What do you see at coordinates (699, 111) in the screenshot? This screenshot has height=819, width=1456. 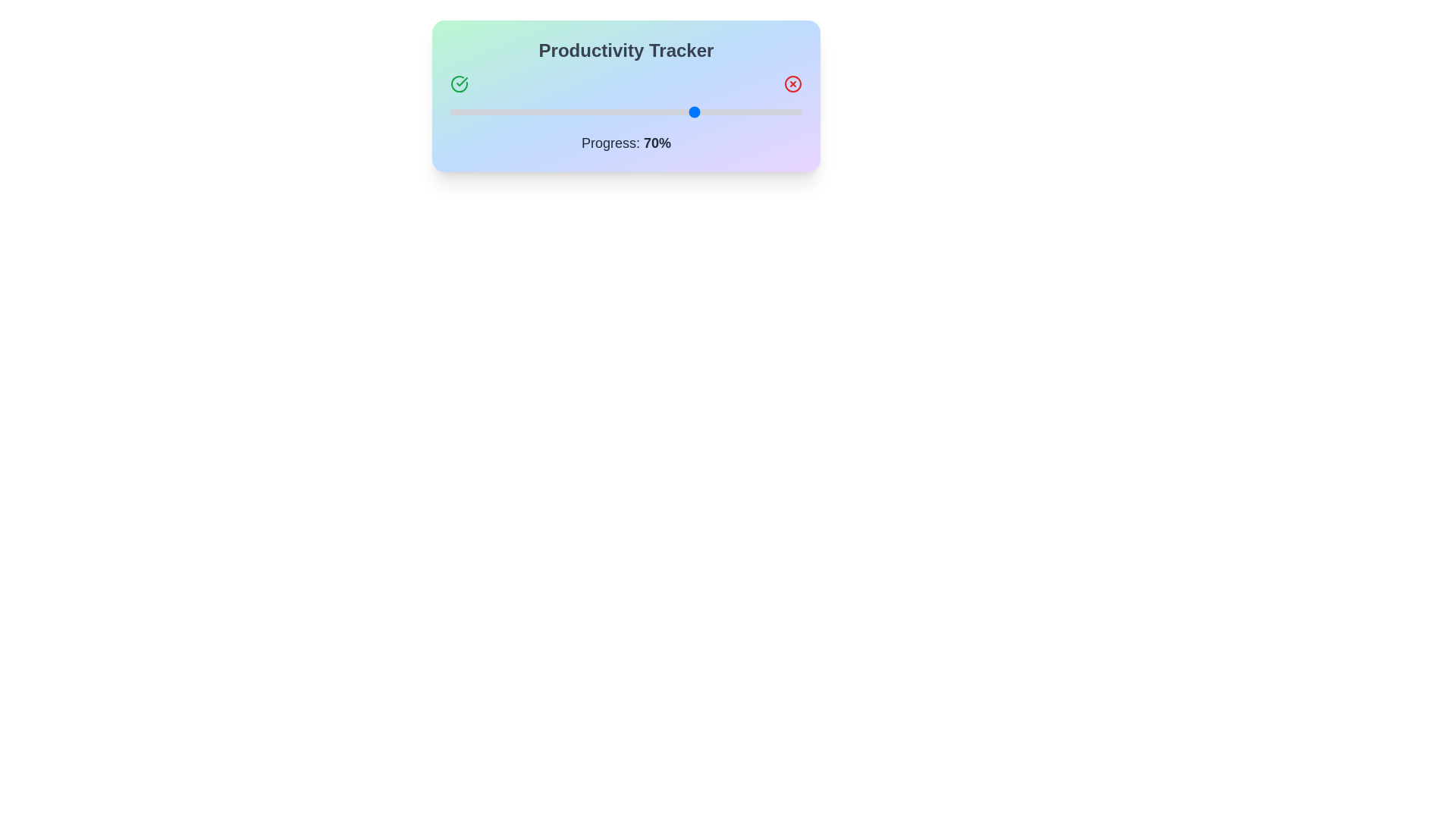 I see `the progress value` at bounding box center [699, 111].